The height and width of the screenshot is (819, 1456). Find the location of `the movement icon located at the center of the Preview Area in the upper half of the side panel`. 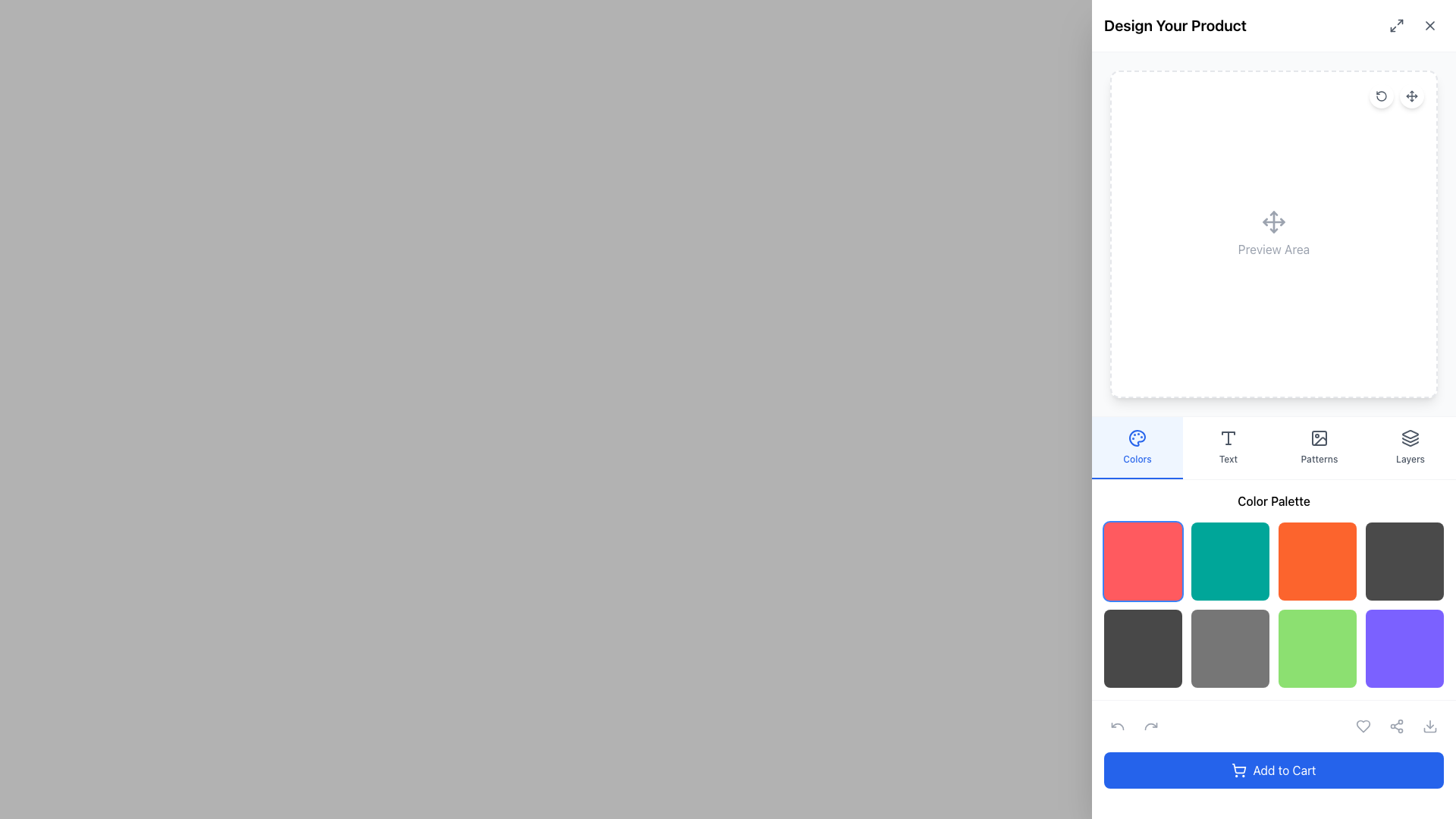

the movement icon located at the center of the Preview Area in the upper half of the side panel is located at coordinates (1274, 222).